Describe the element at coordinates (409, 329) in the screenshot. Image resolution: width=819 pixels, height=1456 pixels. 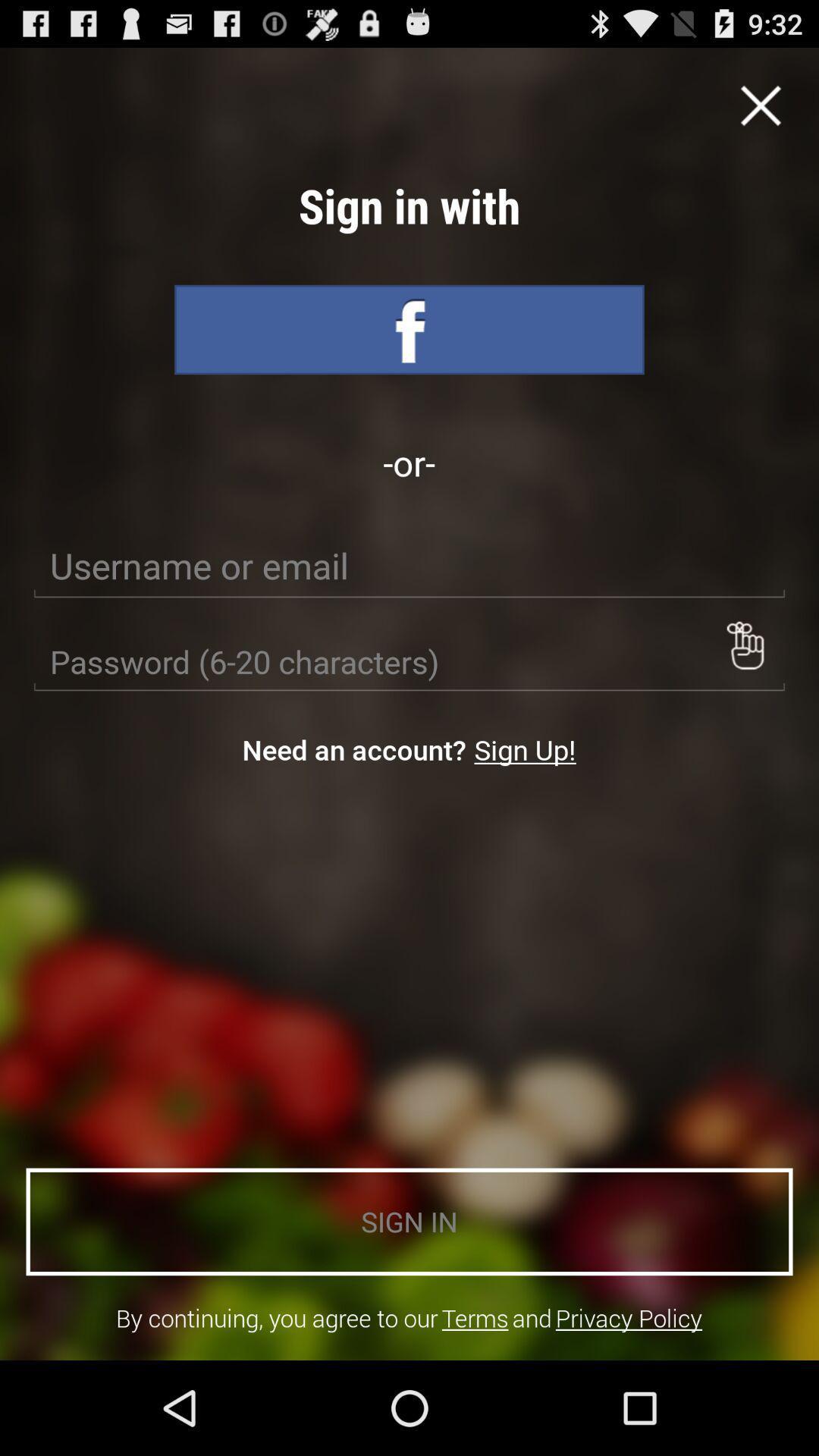
I see `sign into facebook` at that location.